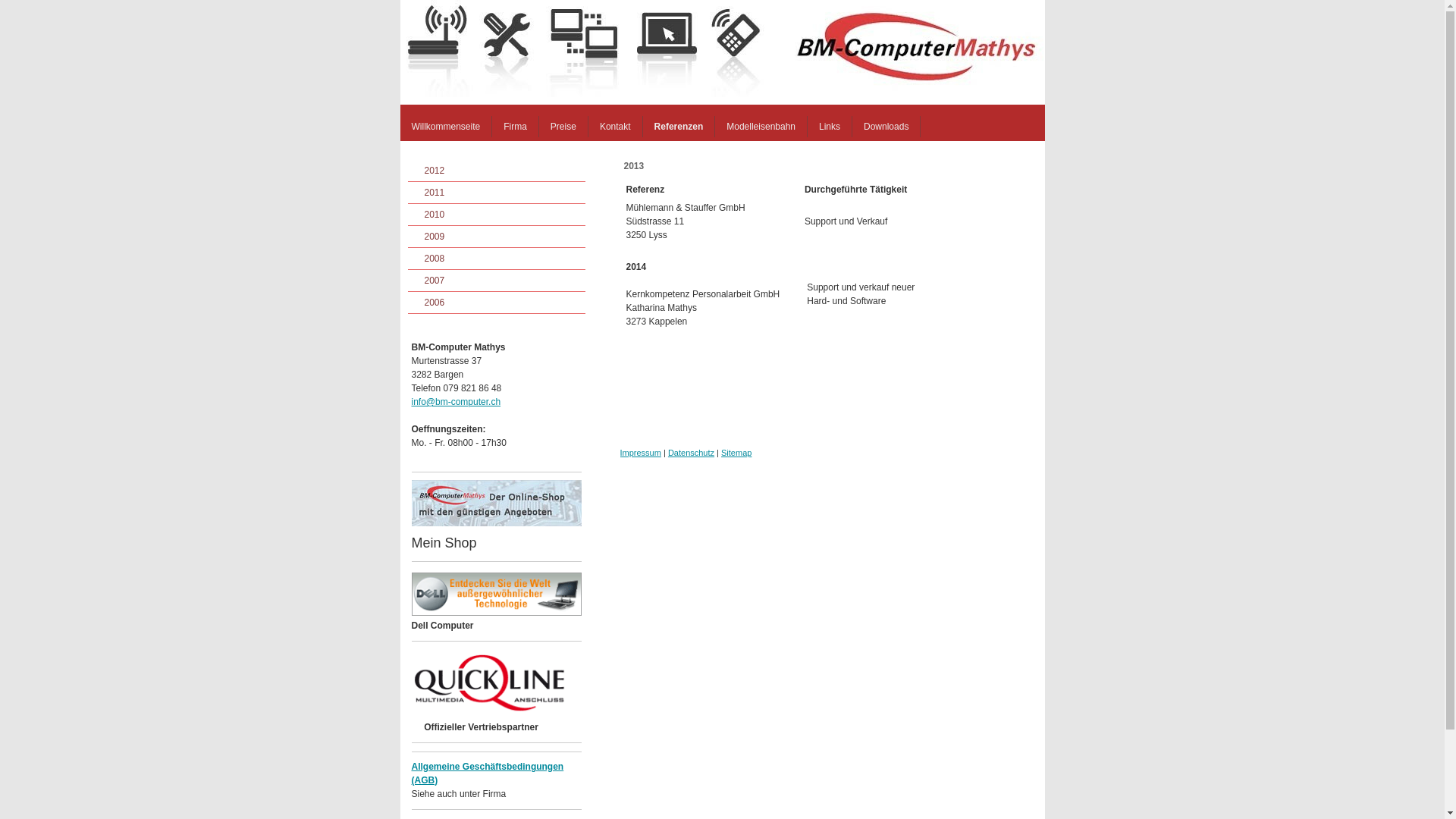  I want to click on '2007', so click(496, 281).